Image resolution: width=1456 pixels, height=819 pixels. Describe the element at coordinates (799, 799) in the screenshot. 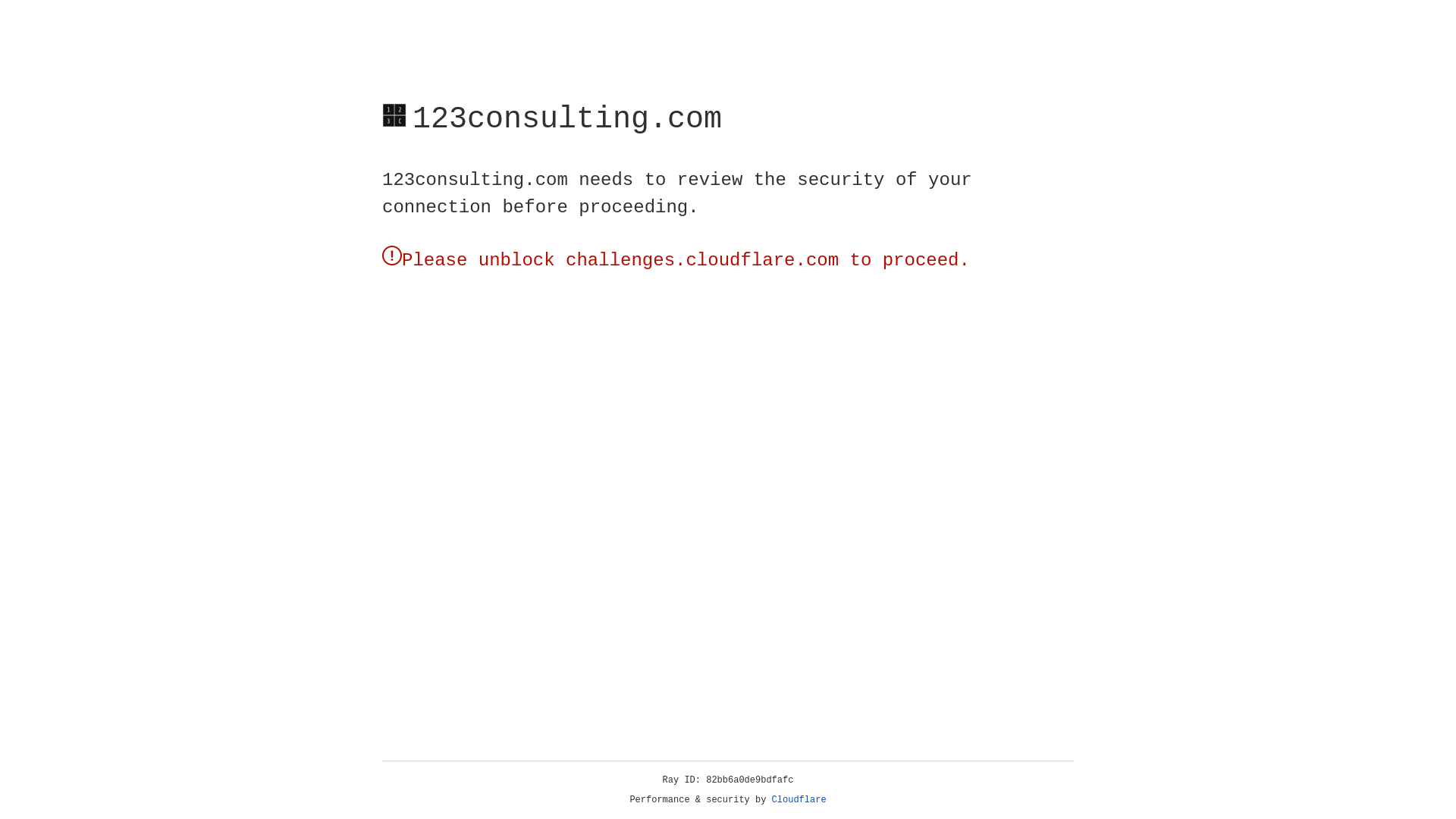

I see `'Cloudflare'` at that location.